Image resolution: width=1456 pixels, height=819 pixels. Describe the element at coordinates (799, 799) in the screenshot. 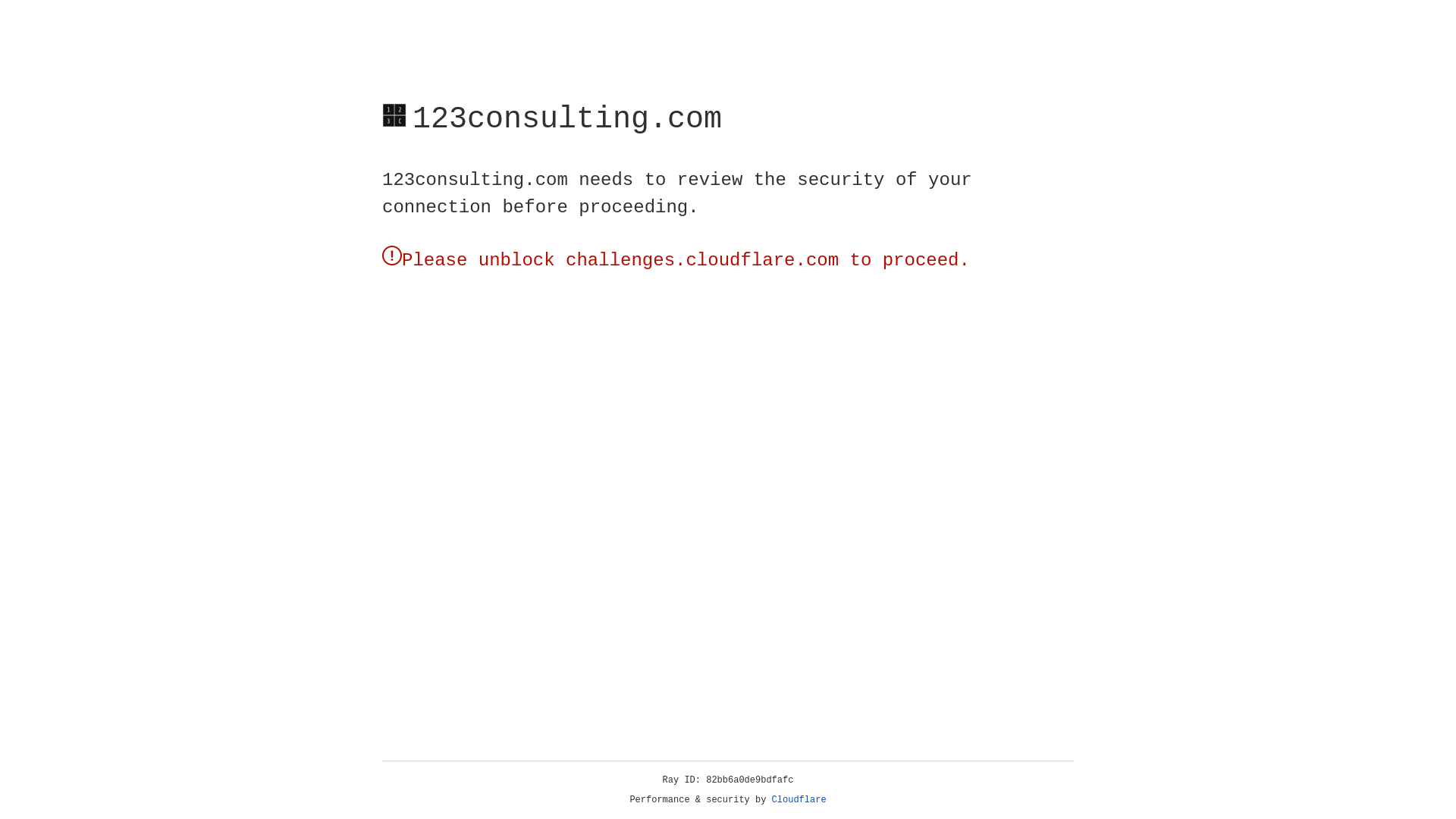

I see `'Cloudflare'` at that location.